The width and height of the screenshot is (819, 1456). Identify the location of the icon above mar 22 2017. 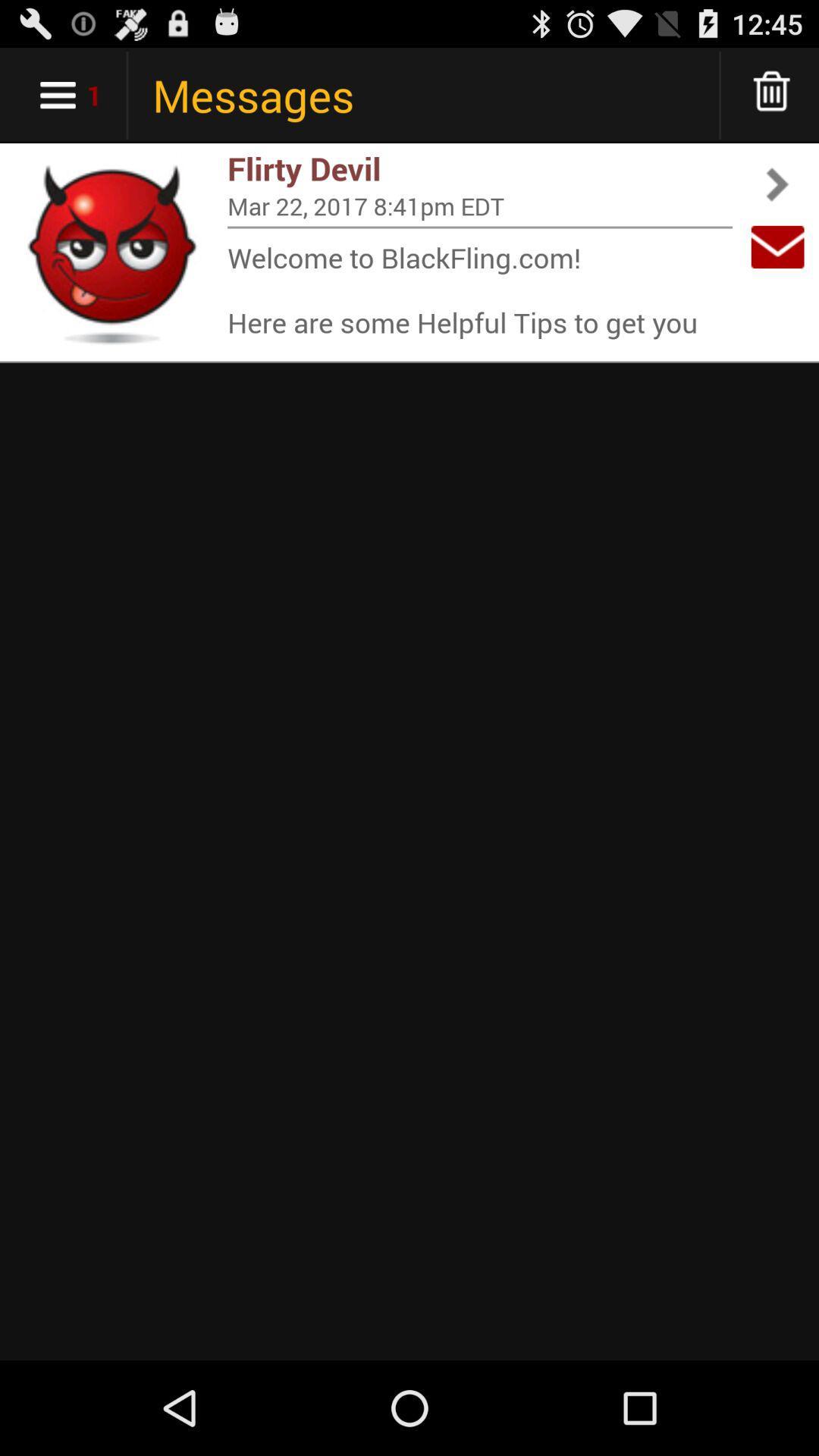
(479, 168).